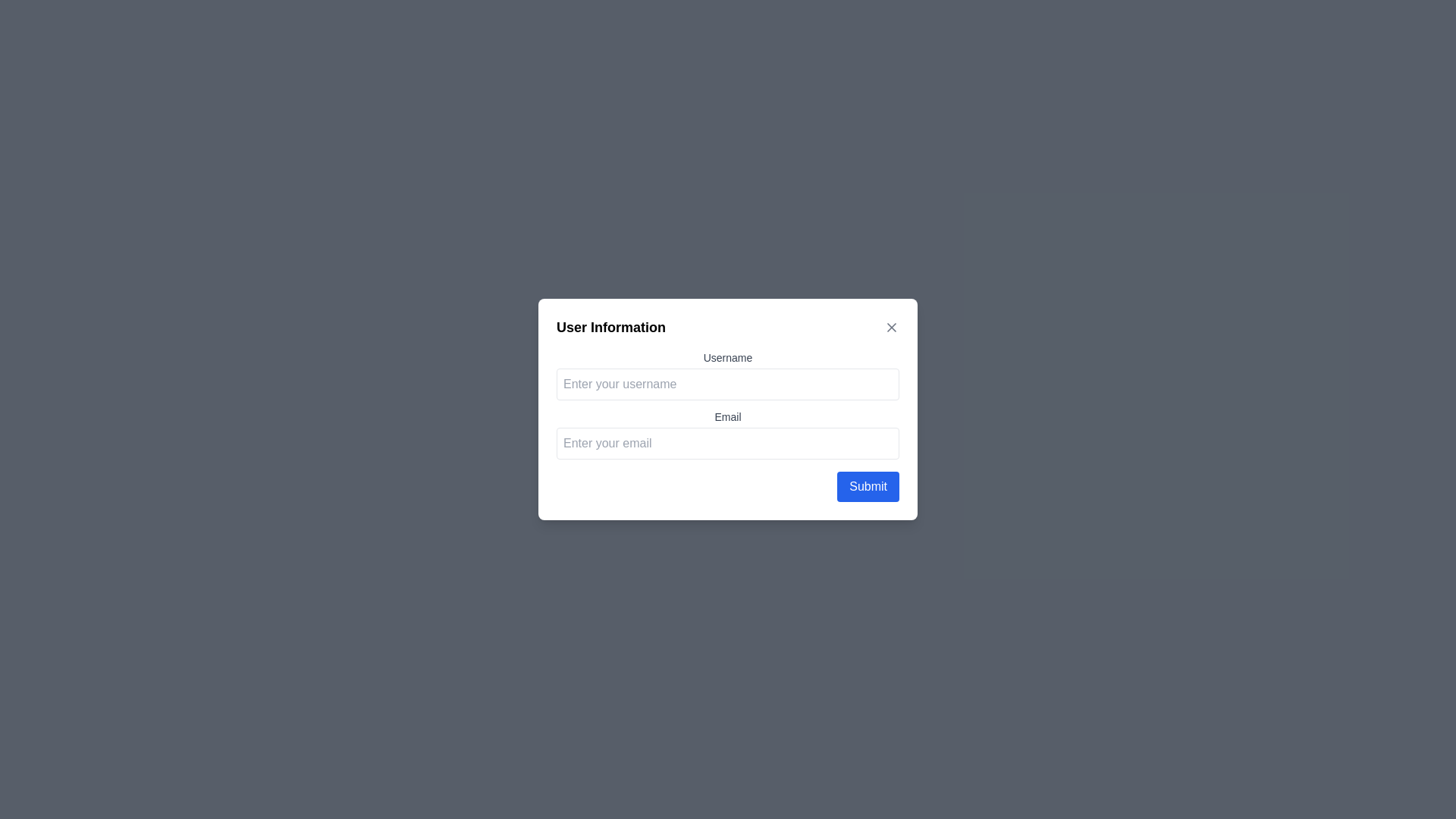  Describe the element at coordinates (728, 435) in the screenshot. I see `the input field labeled 'Email' to focus on it within the 'User Information' modal dialog` at that location.